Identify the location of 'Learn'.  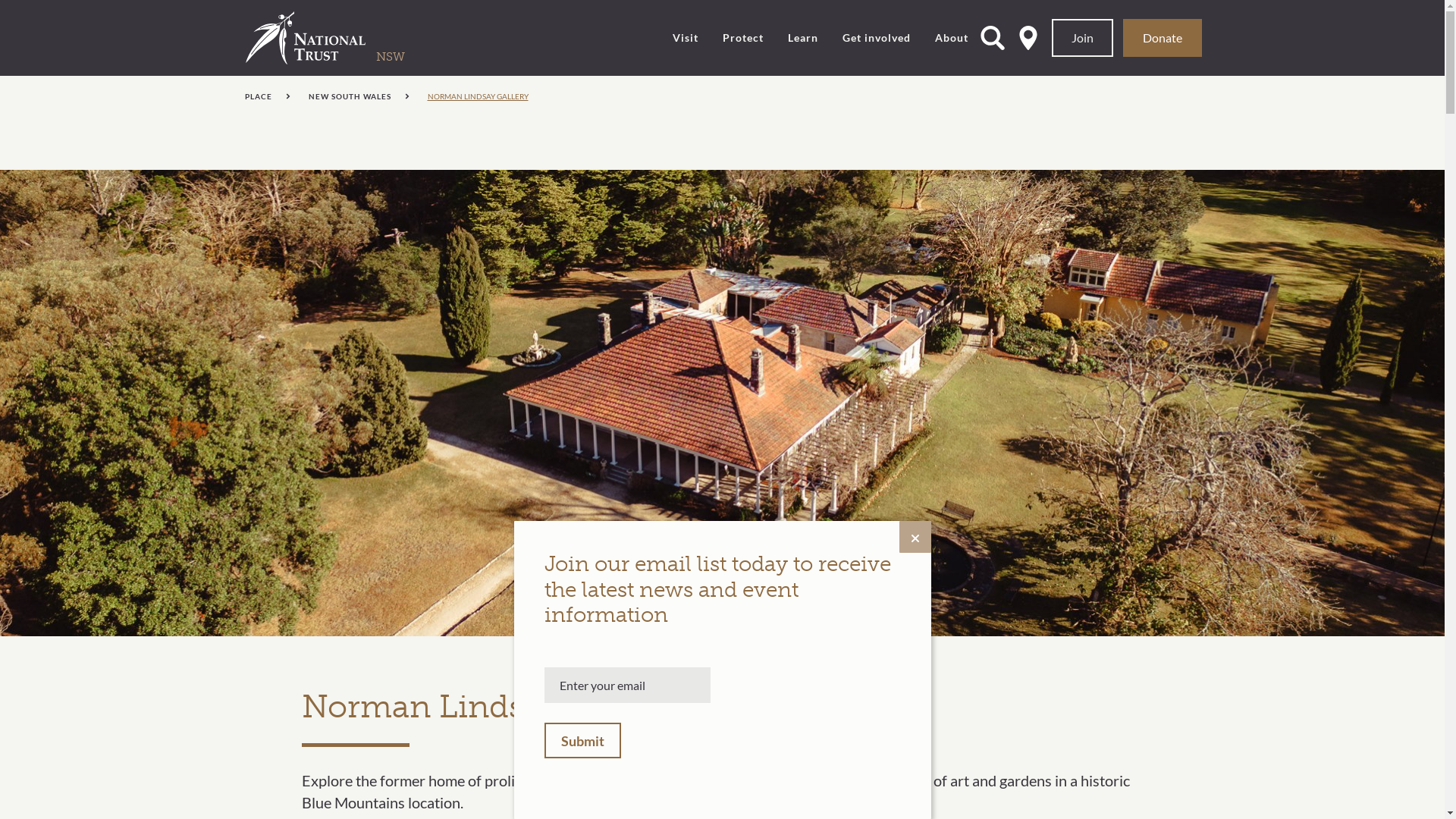
(802, 37).